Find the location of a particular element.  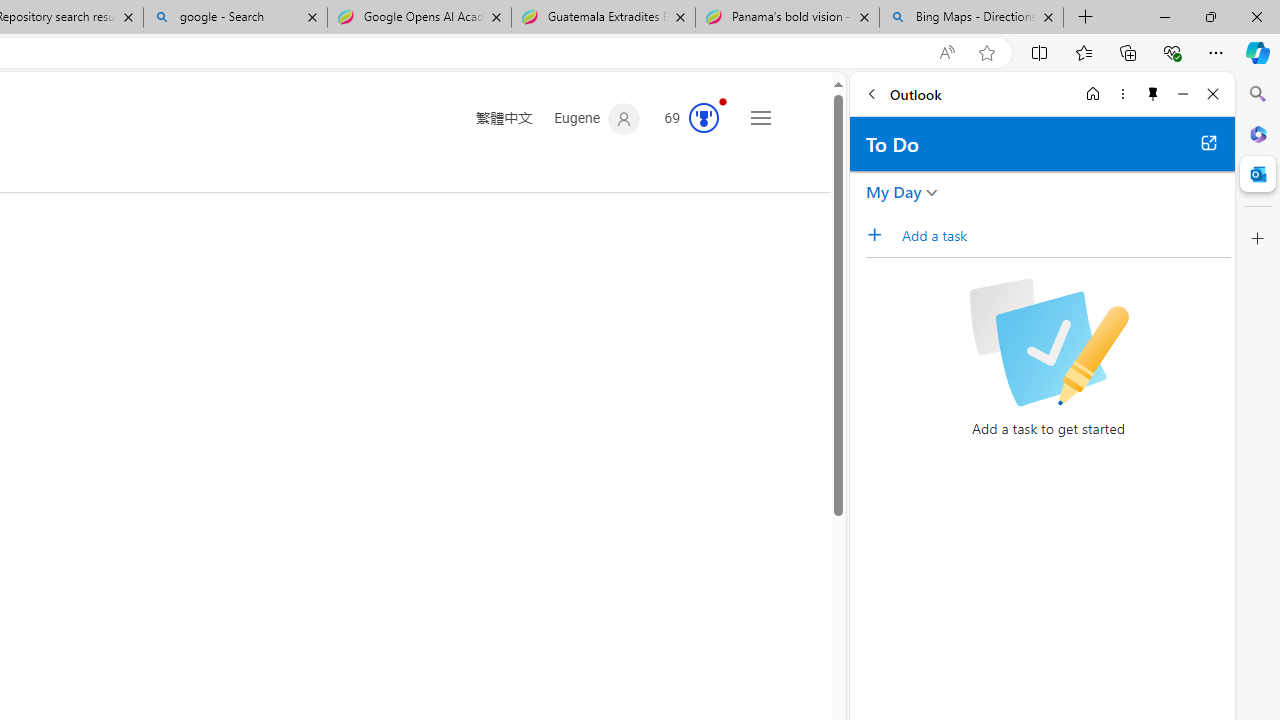

'Animation' is located at coordinates (722, 101).